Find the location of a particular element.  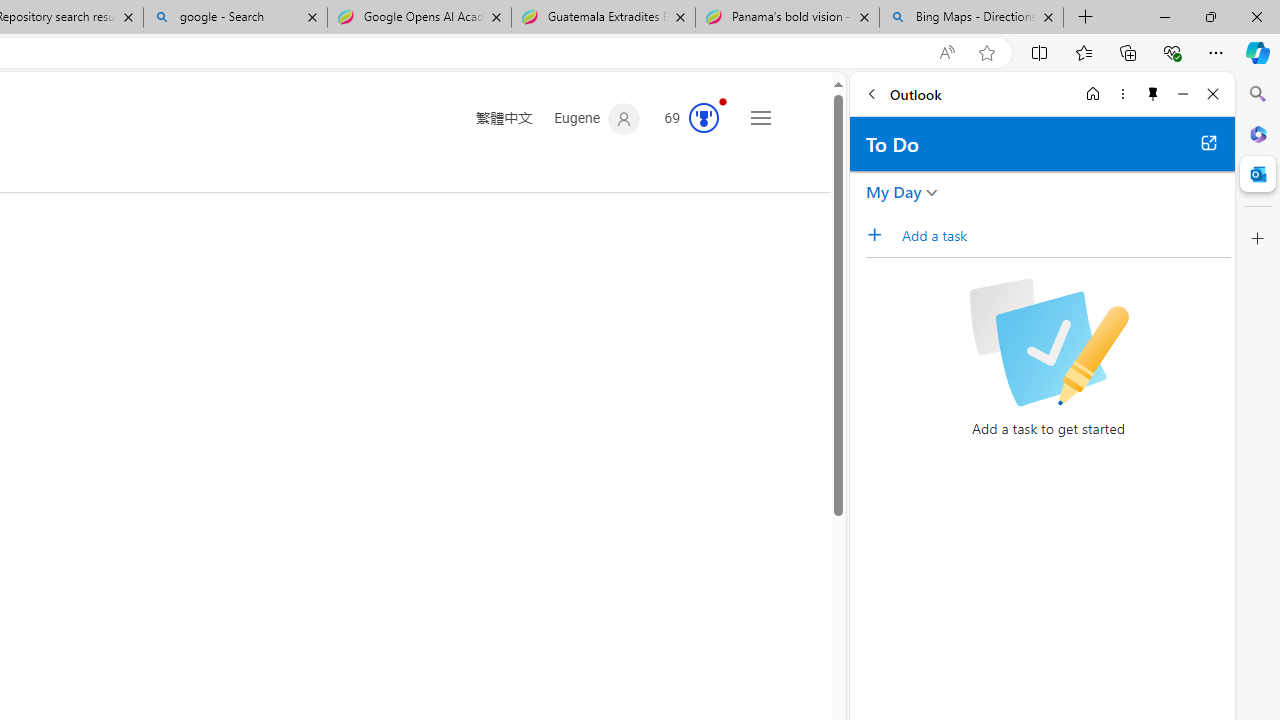

'Animation' is located at coordinates (722, 101).